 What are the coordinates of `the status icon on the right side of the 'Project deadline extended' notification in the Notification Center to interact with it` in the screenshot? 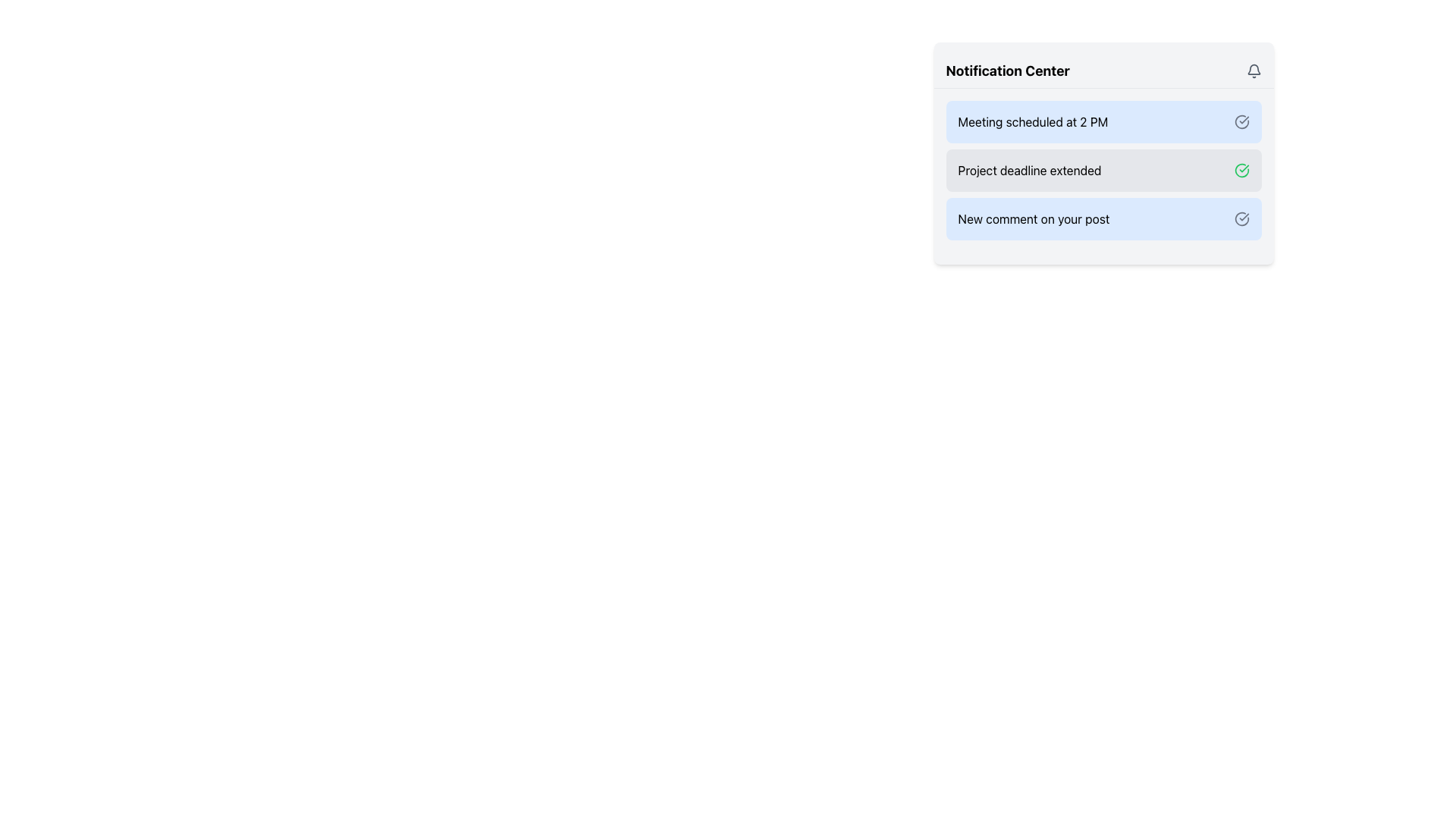 It's located at (1241, 170).